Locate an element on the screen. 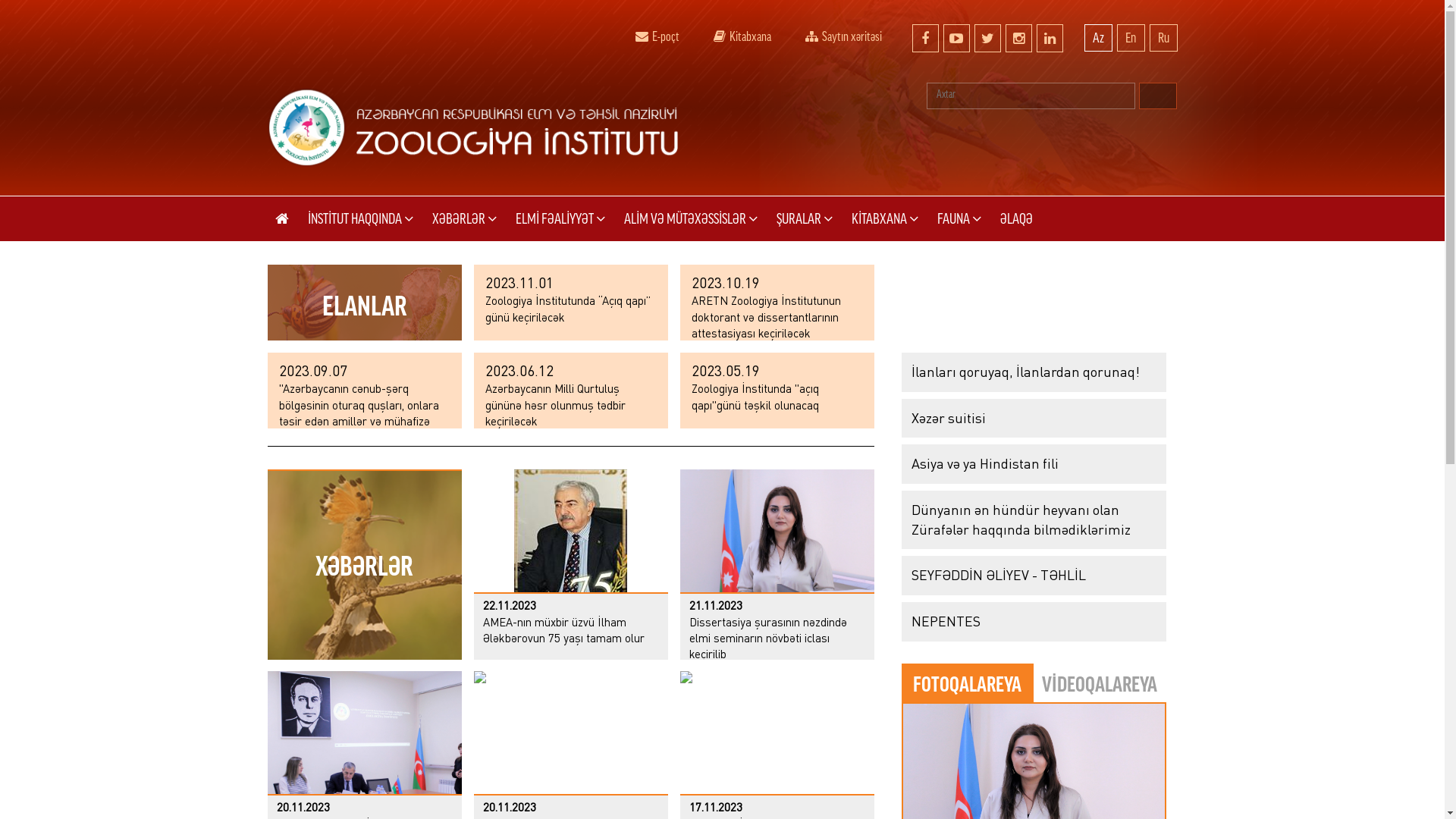 Image resolution: width=1456 pixels, height=819 pixels. 'Kitabxana' is located at coordinates (718, 36).